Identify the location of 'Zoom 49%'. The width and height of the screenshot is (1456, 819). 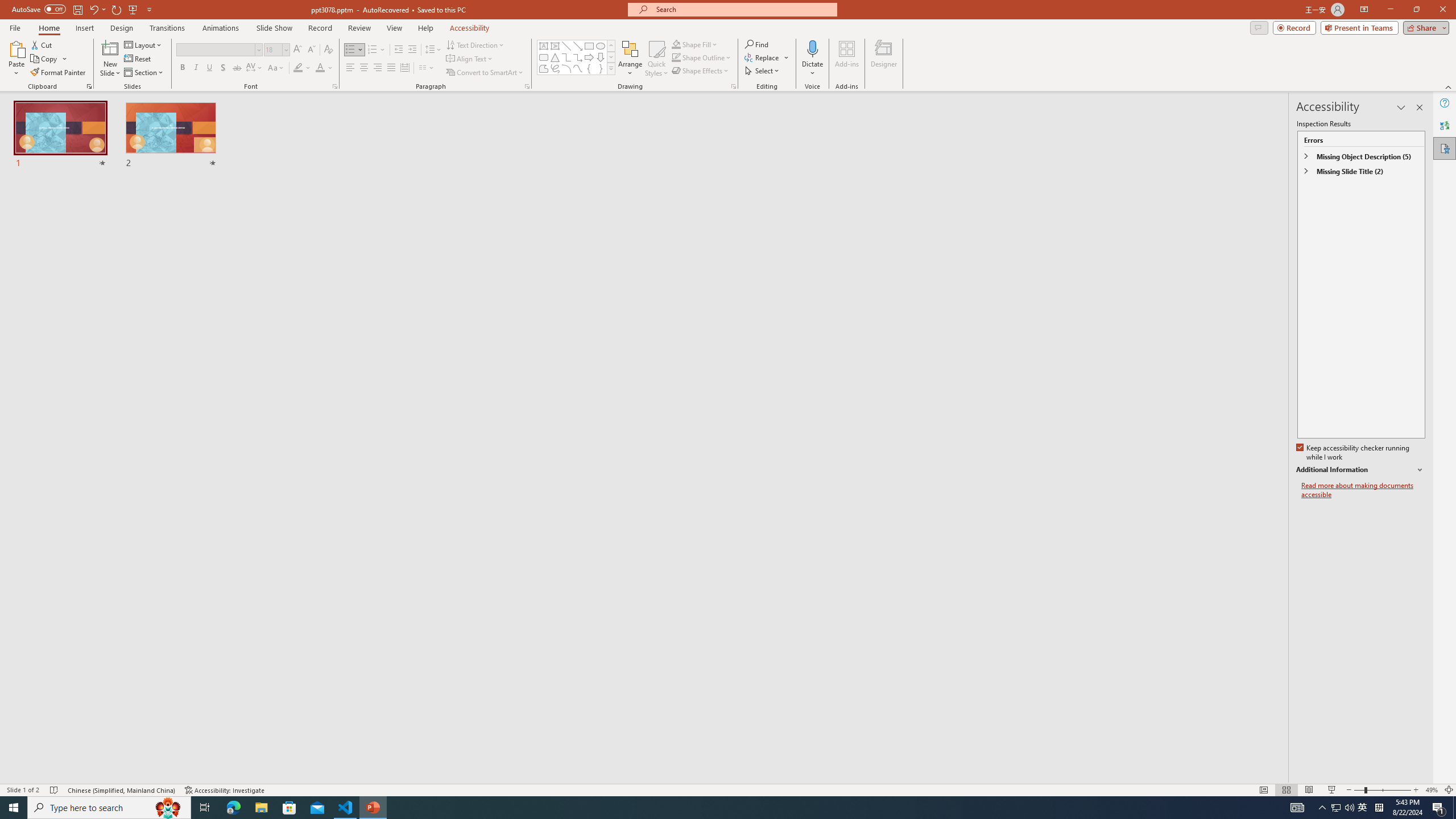
(1431, 790).